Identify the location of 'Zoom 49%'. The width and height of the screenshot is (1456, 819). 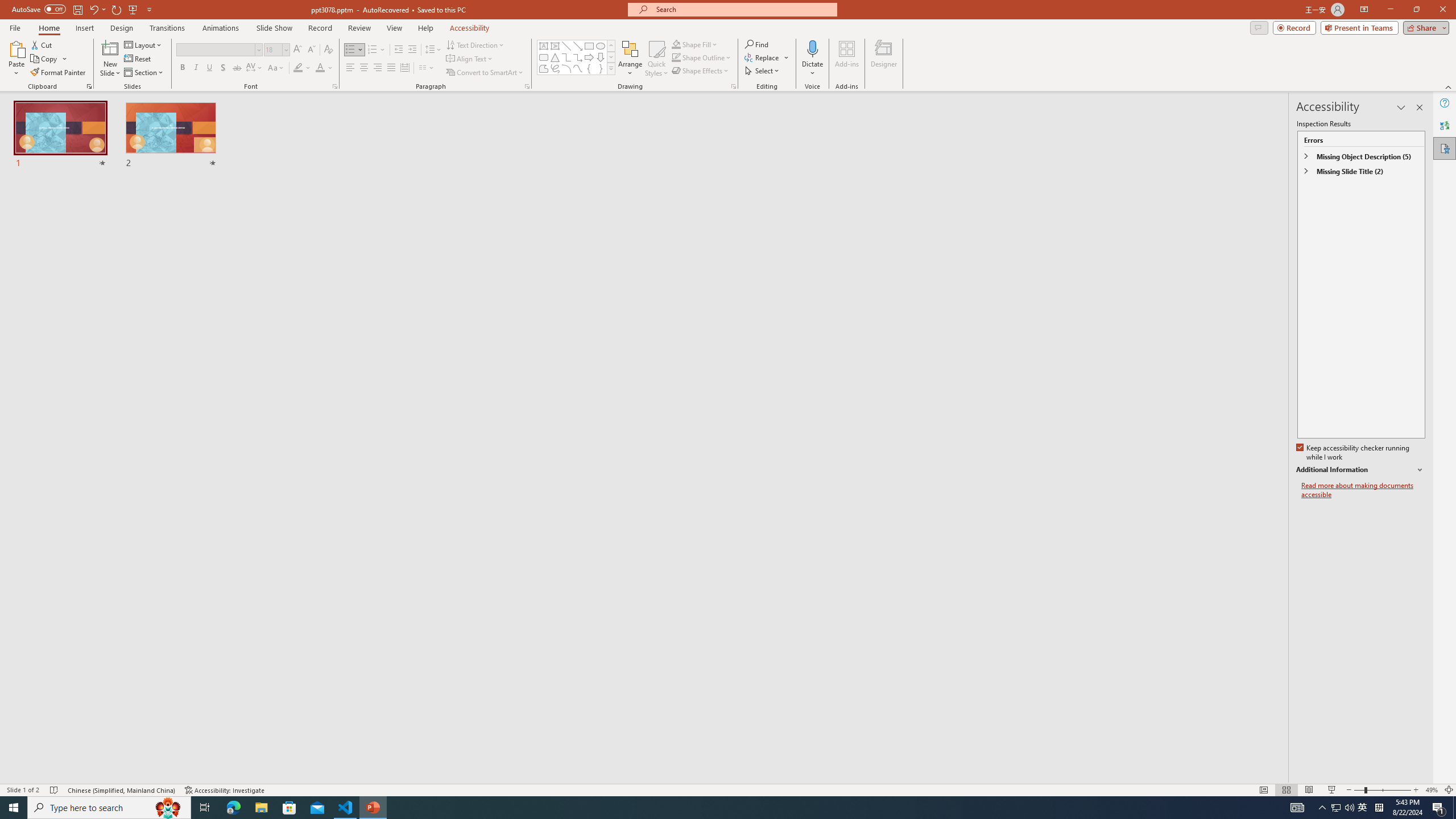
(1431, 790).